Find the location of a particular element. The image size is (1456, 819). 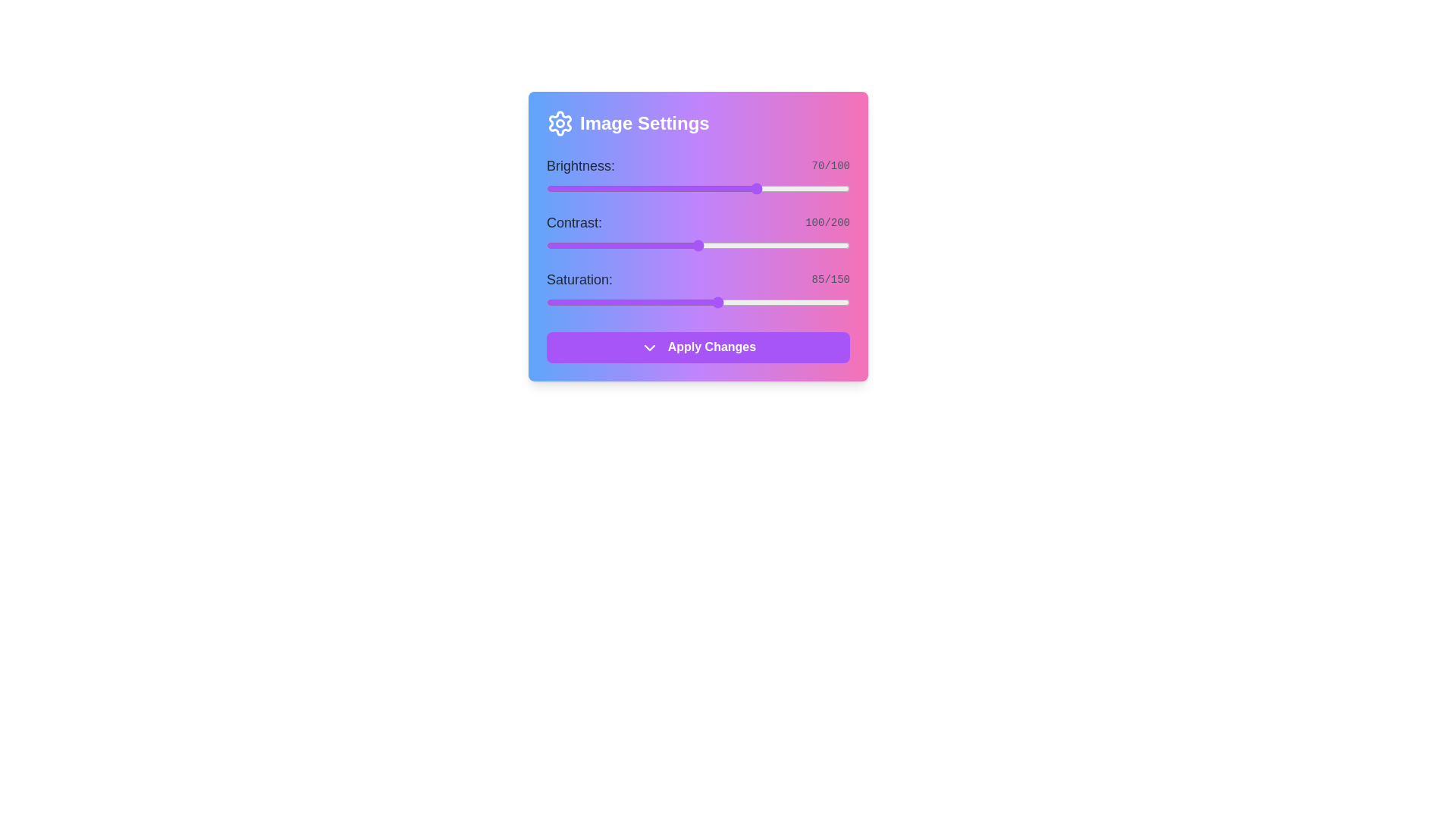

the saturation slider to 99 level is located at coordinates (746, 302).